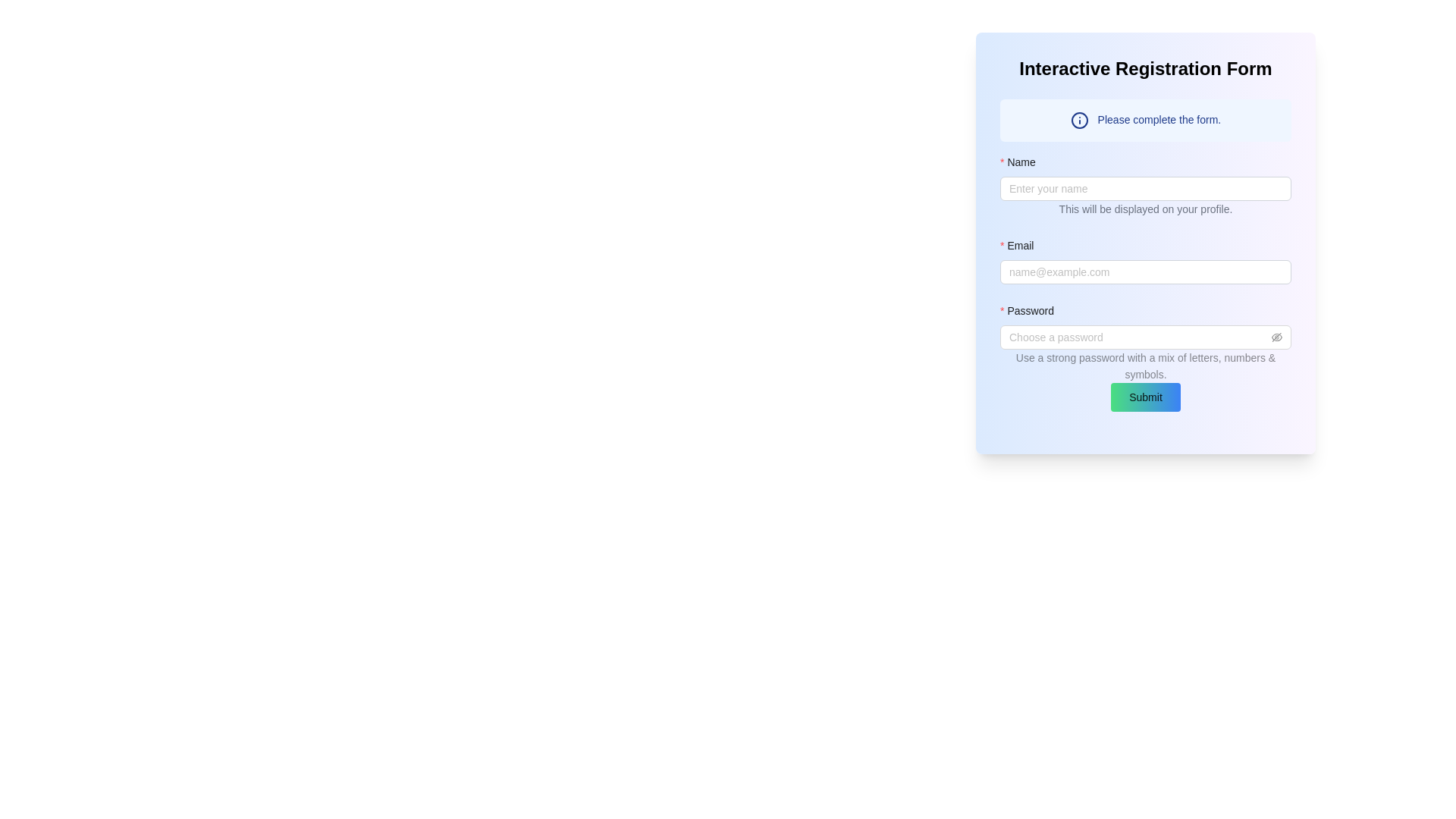 The width and height of the screenshot is (1456, 819). Describe the element at coordinates (1276, 336) in the screenshot. I see `the icon button located to the right of the 'Password' input field` at that location.